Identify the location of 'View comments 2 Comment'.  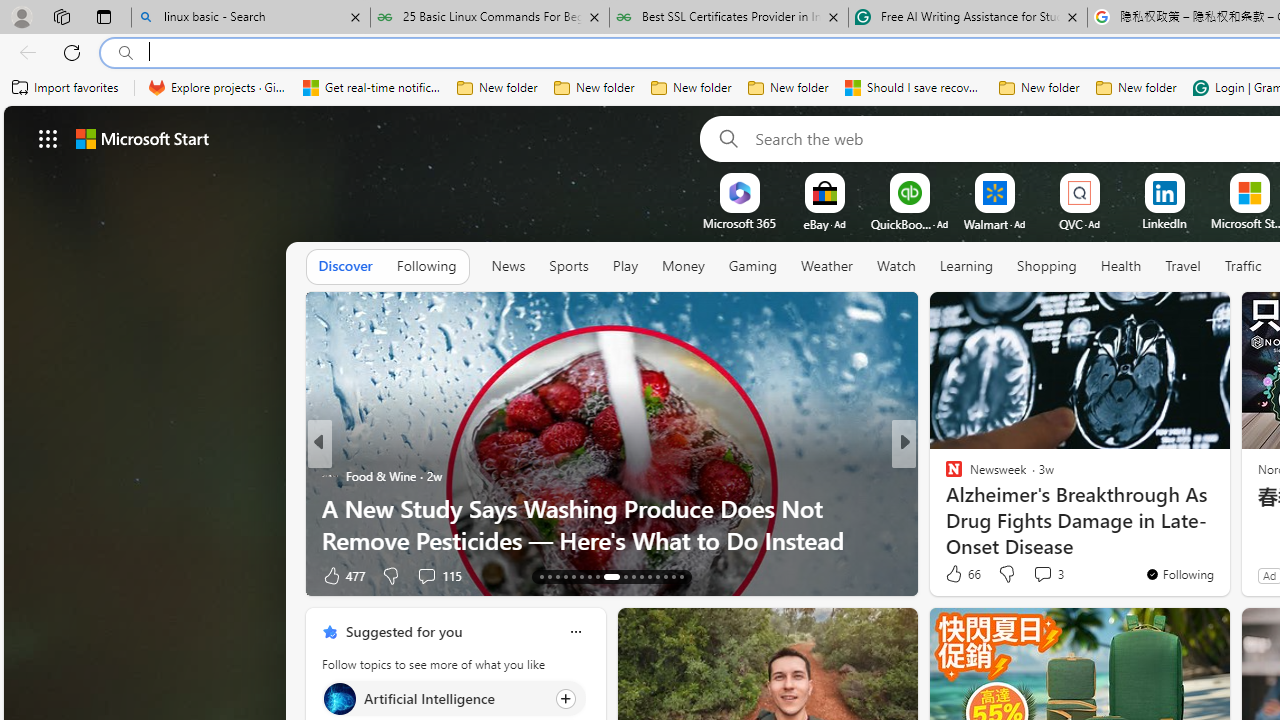
(1036, 575).